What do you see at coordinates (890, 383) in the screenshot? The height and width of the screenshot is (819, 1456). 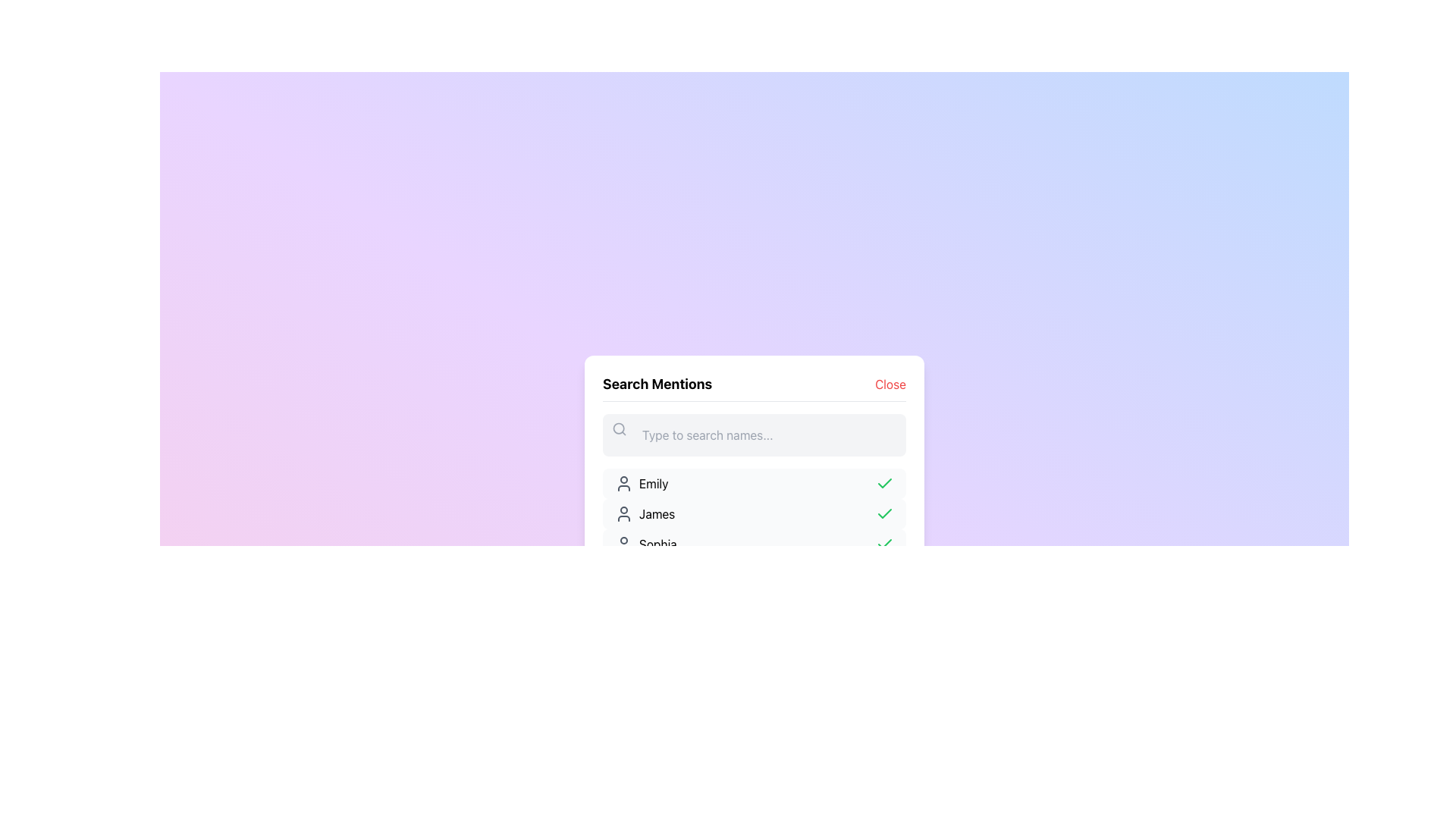 I see `the close button located in the upper-right corner of the modal header` at bounding box center [890, 383].